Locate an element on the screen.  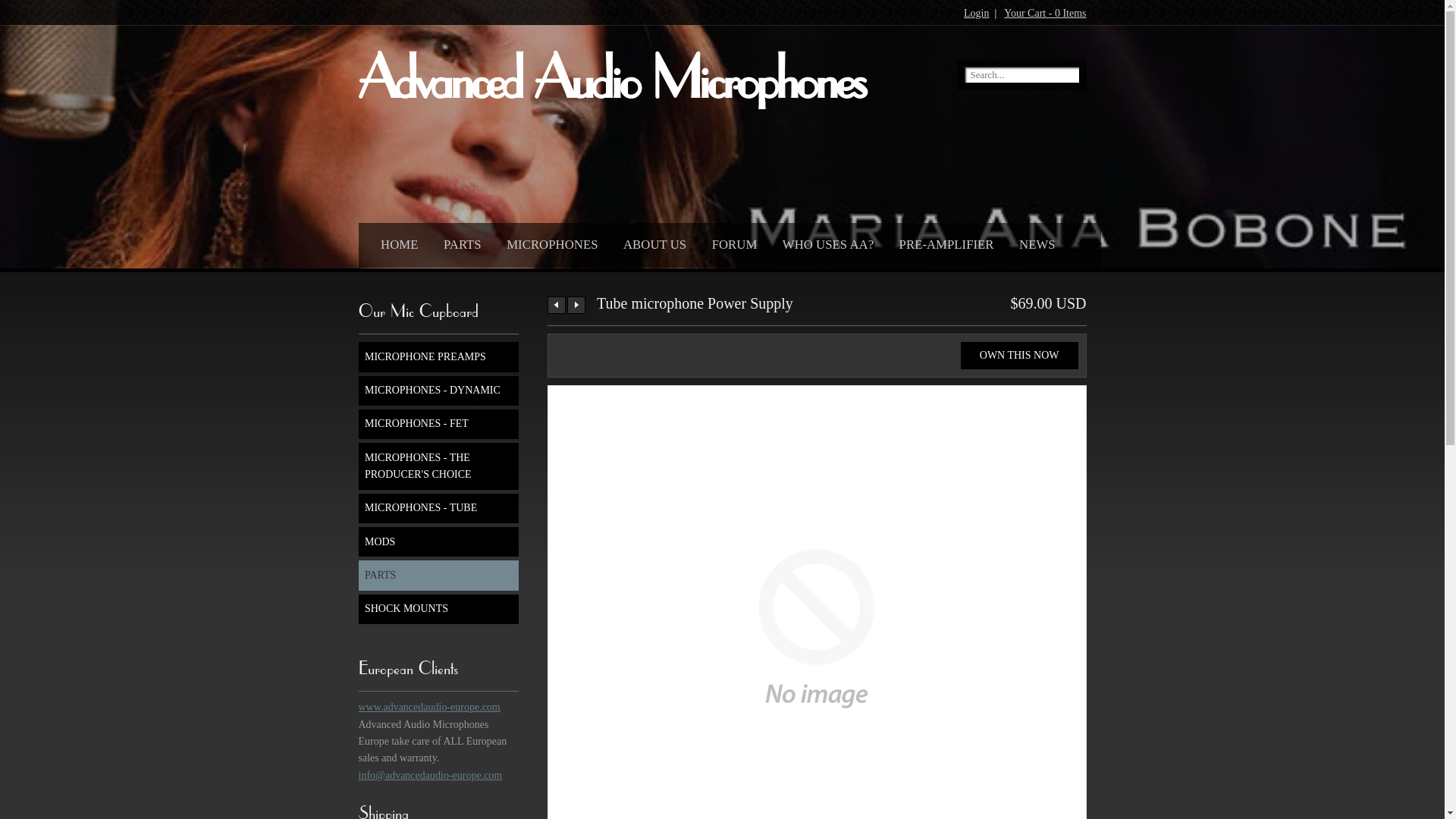
'MICROPHONES - TUBE' is located at coordinates (437, 508).